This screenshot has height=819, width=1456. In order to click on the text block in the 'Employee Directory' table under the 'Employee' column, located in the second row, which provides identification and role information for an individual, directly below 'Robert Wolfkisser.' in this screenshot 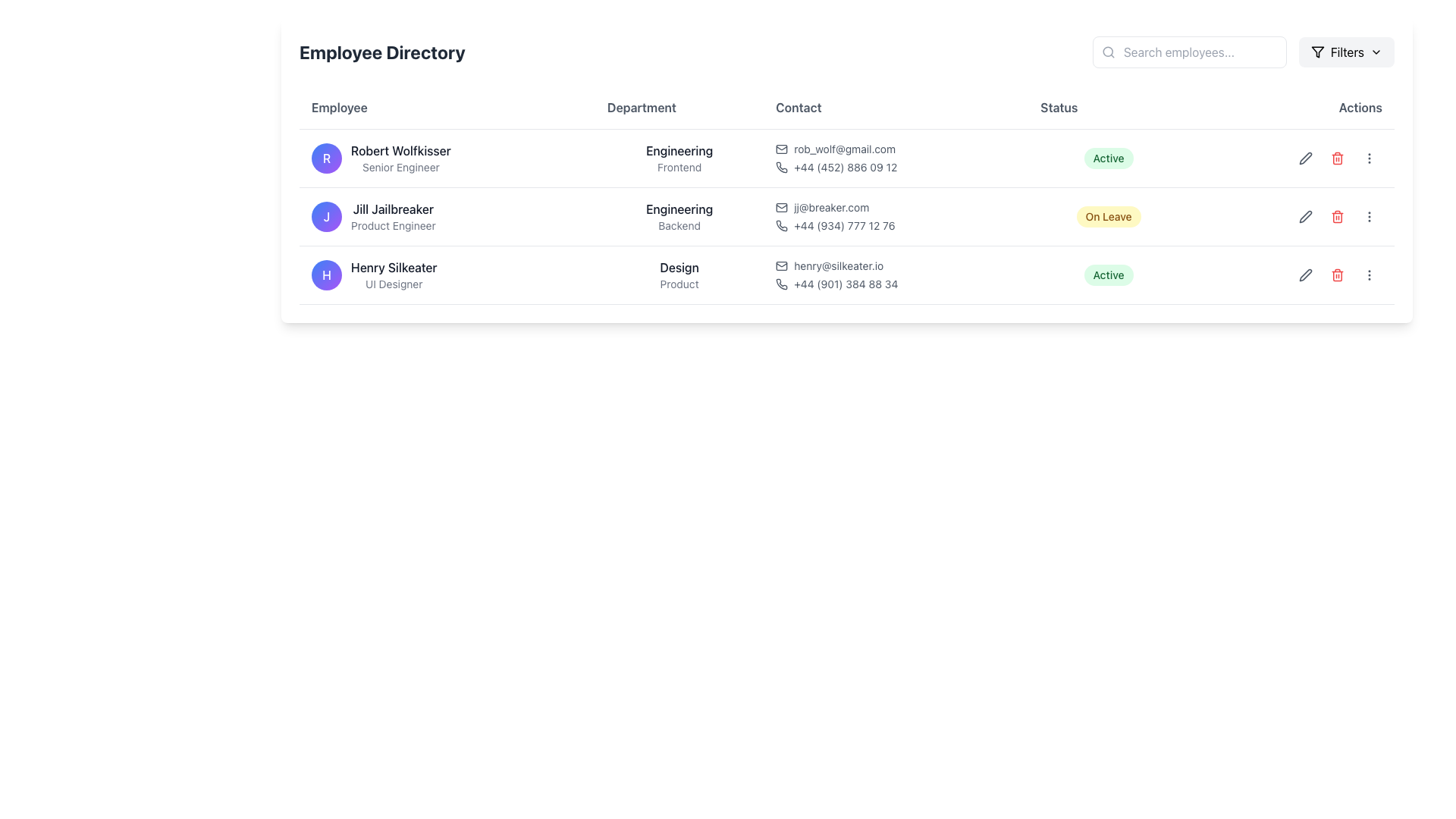, I will do `click(393, 216)`.